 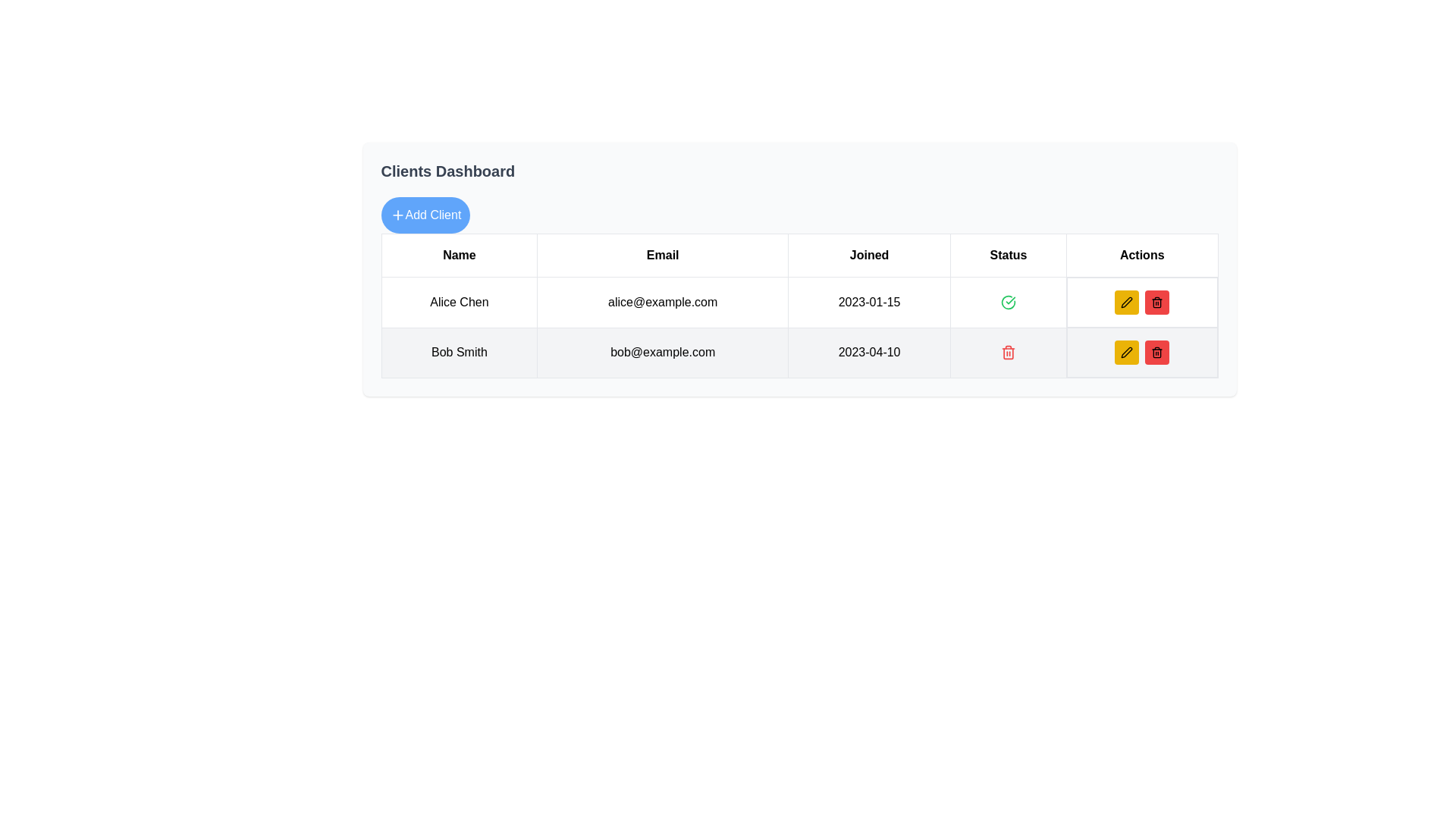 What do you see at coordinates (1156, 302) in the screenshot?
I see `the delete button in the Actions group for the 'Bob Smith' row` at bounding box center [1156, 302].